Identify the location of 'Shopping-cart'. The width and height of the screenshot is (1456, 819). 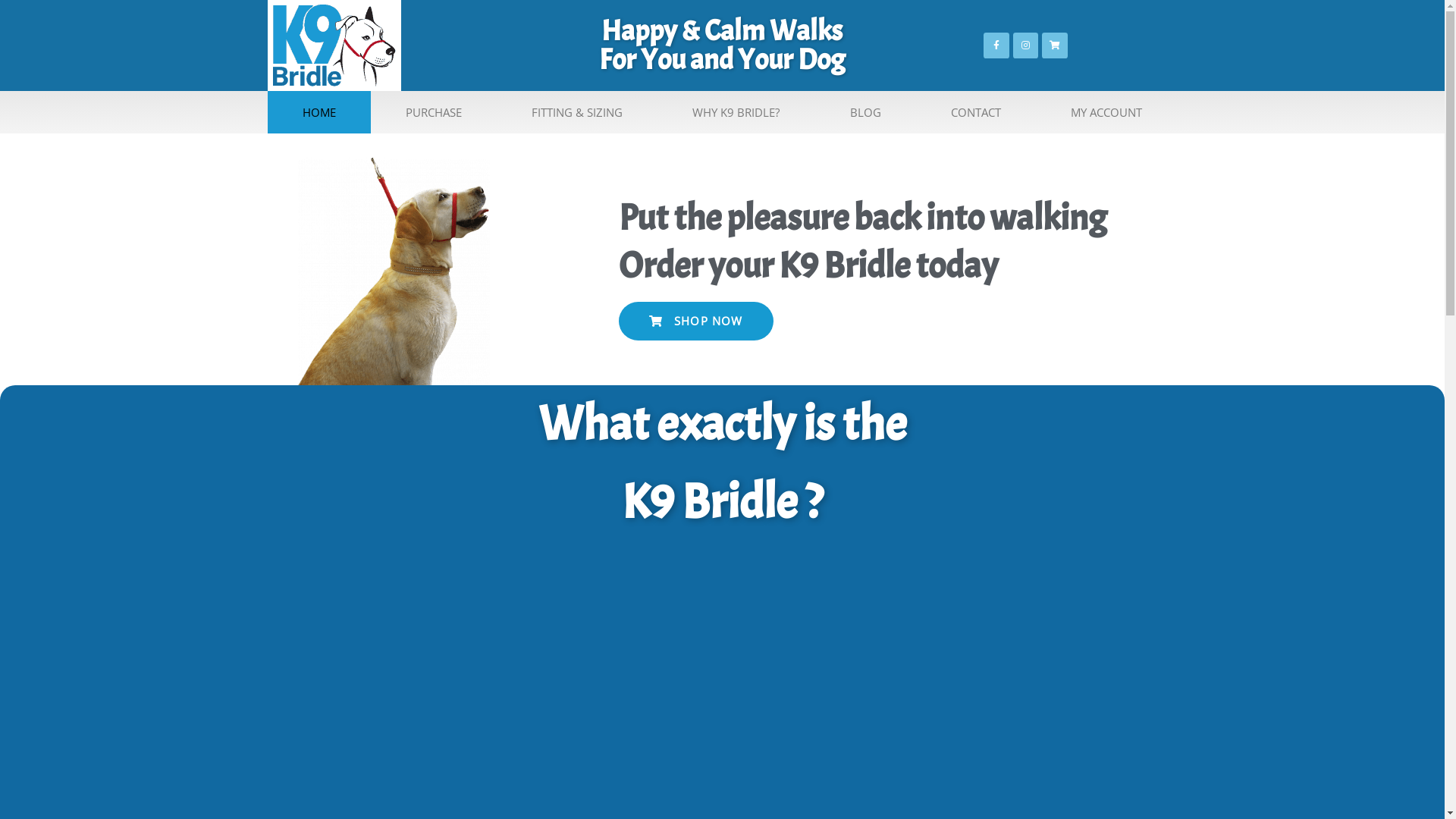
(1054, 45).